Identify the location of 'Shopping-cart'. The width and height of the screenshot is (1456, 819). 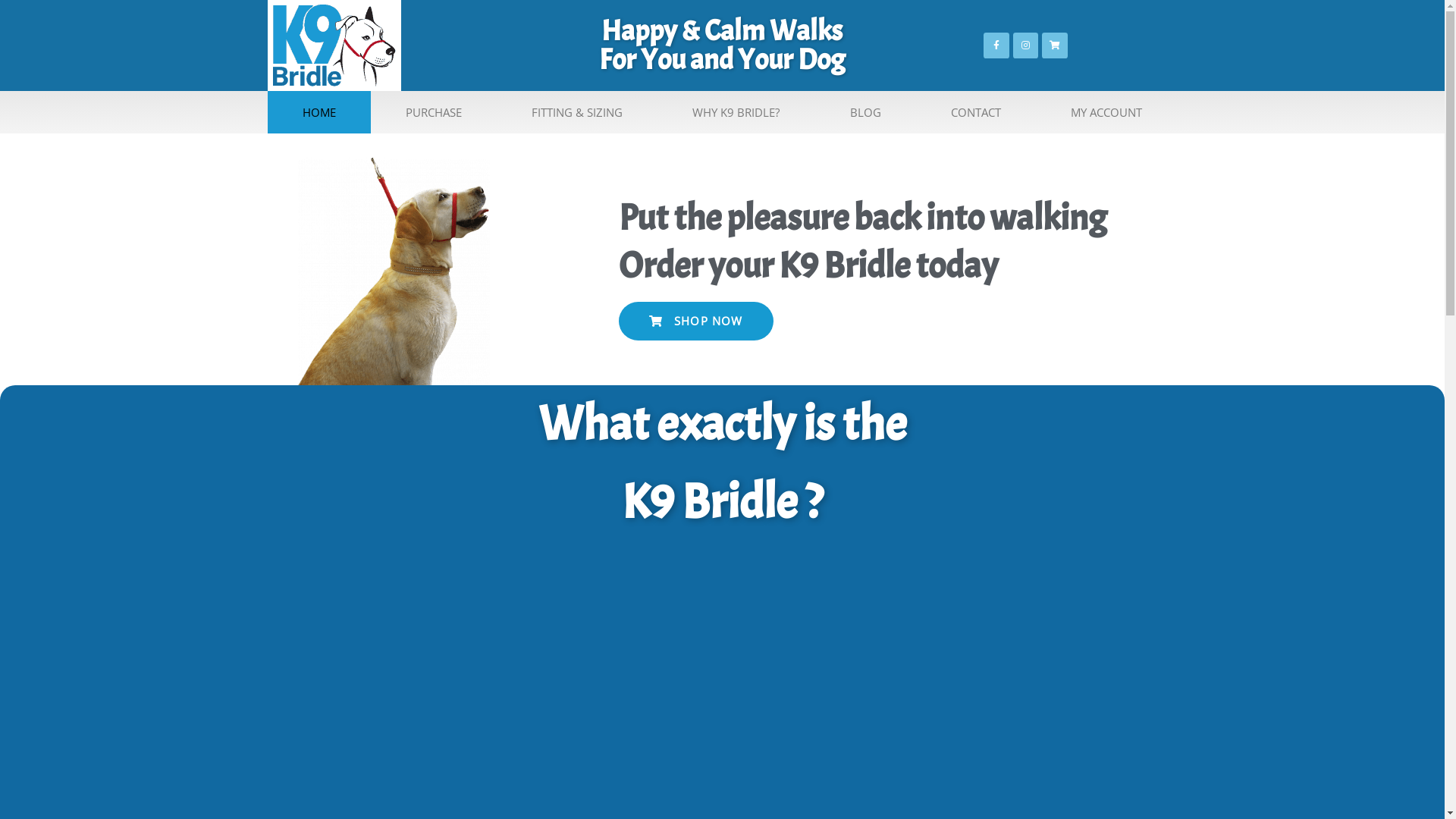
(1054, 45).